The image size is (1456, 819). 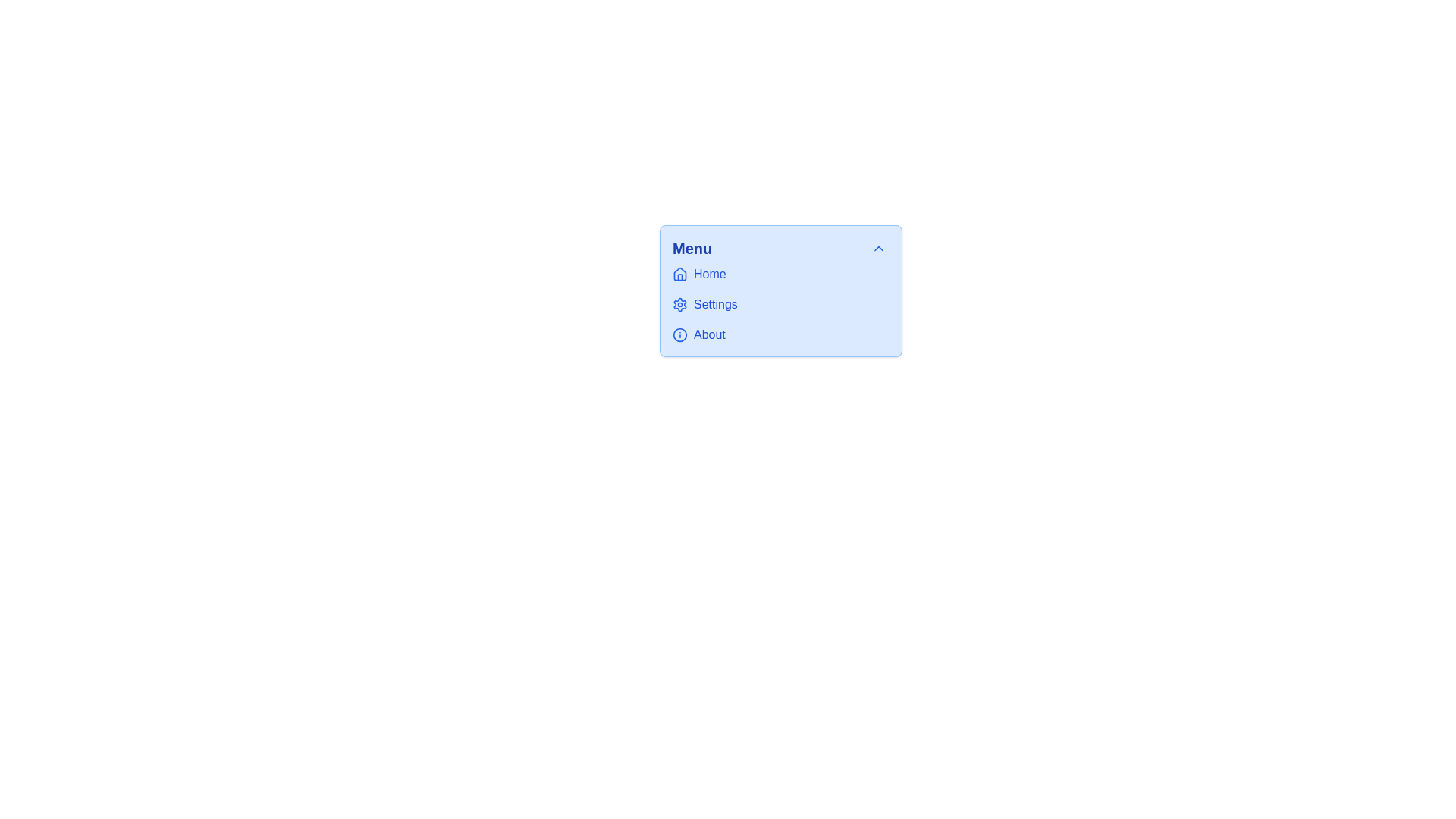 I want to click on the text label that identifies the first menu option, located to the right of the house-shaped icon in the vertical menu under 'Menu', so click(x=709, y=275).